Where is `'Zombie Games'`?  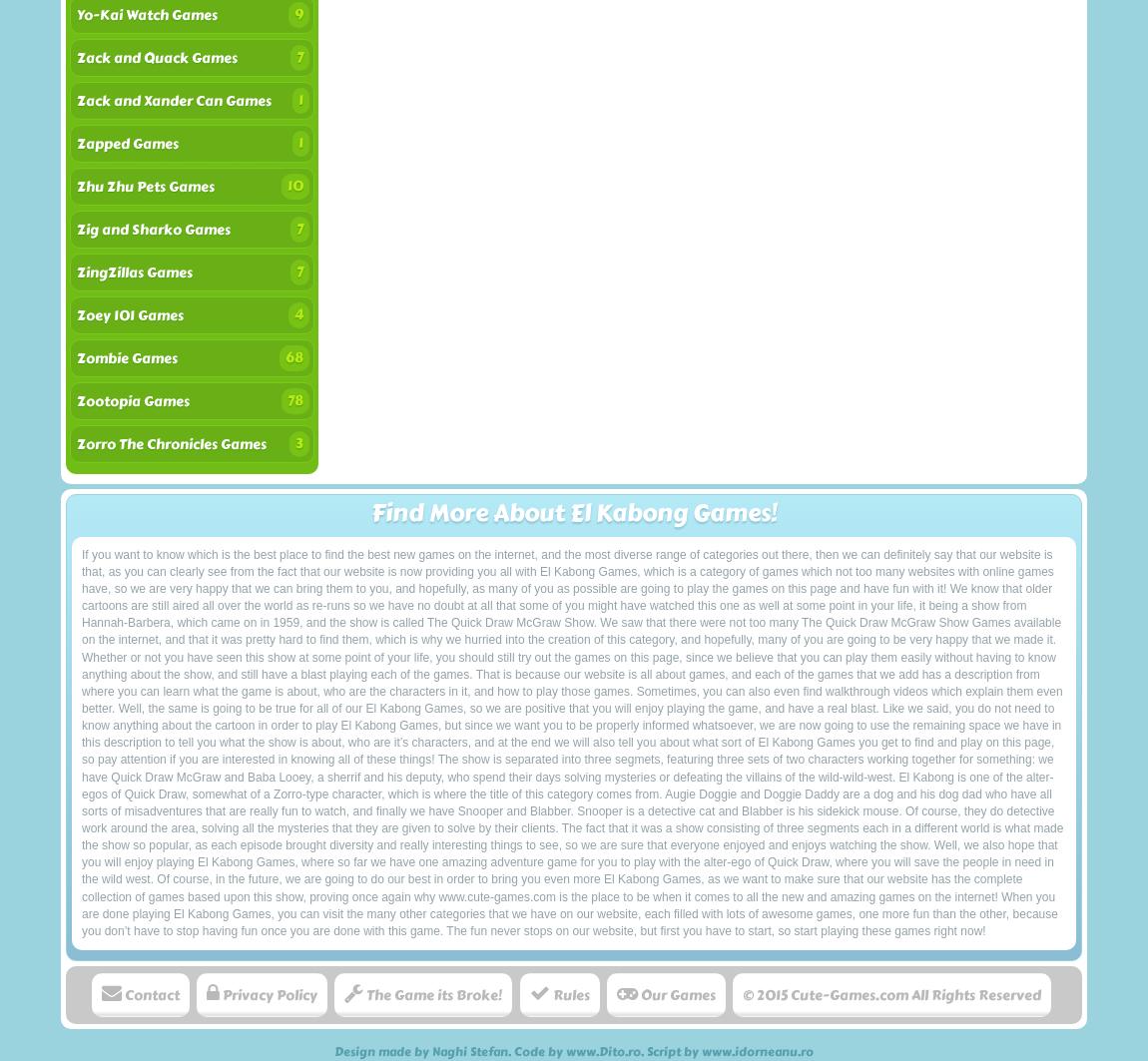
'Zombie Games' is located at coordinates (126, 358).